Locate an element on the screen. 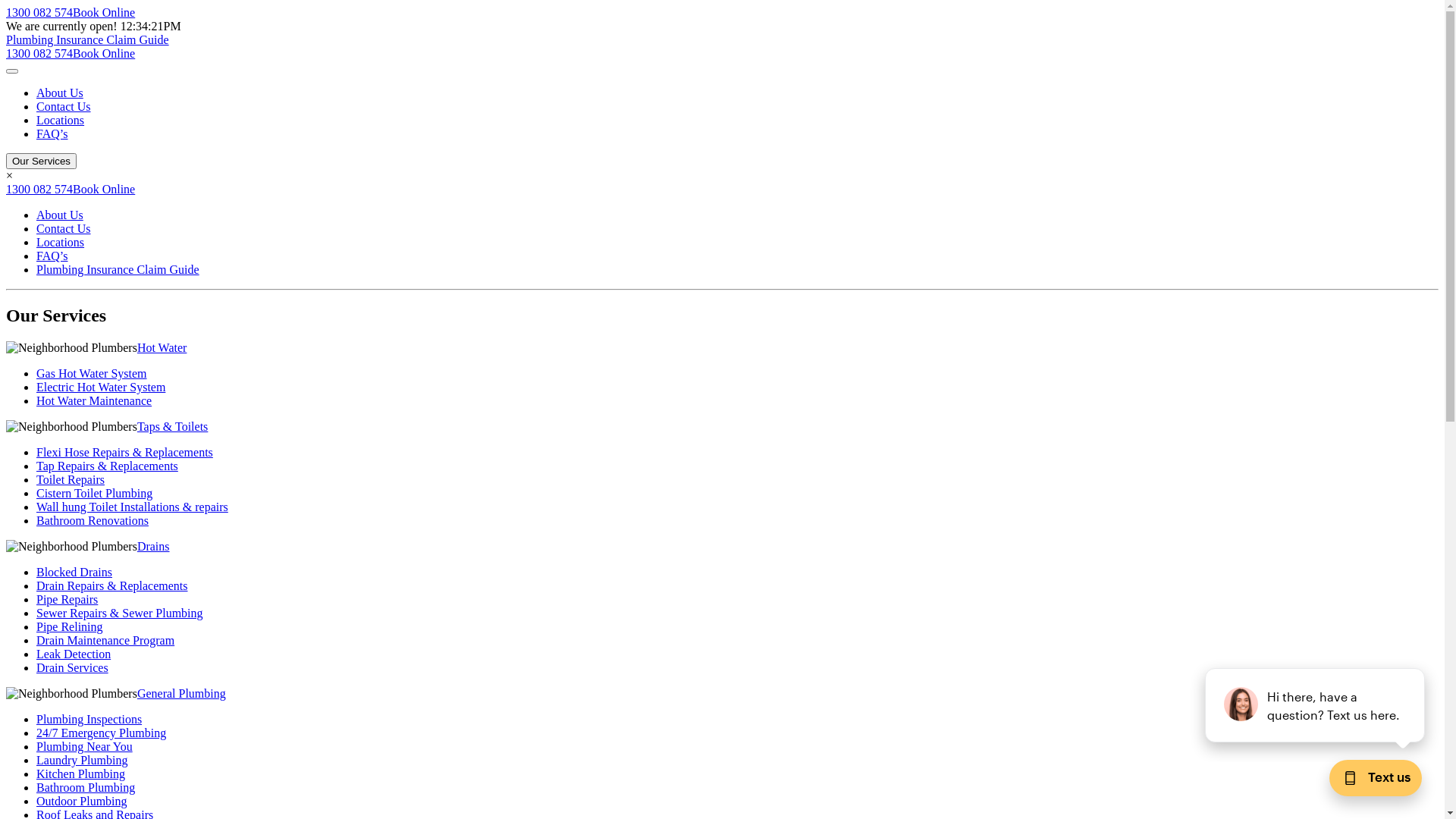 This screenshot has height=819, width=1456. '24/7 Emergency Plumbing' is located at coordinates (100, 732).